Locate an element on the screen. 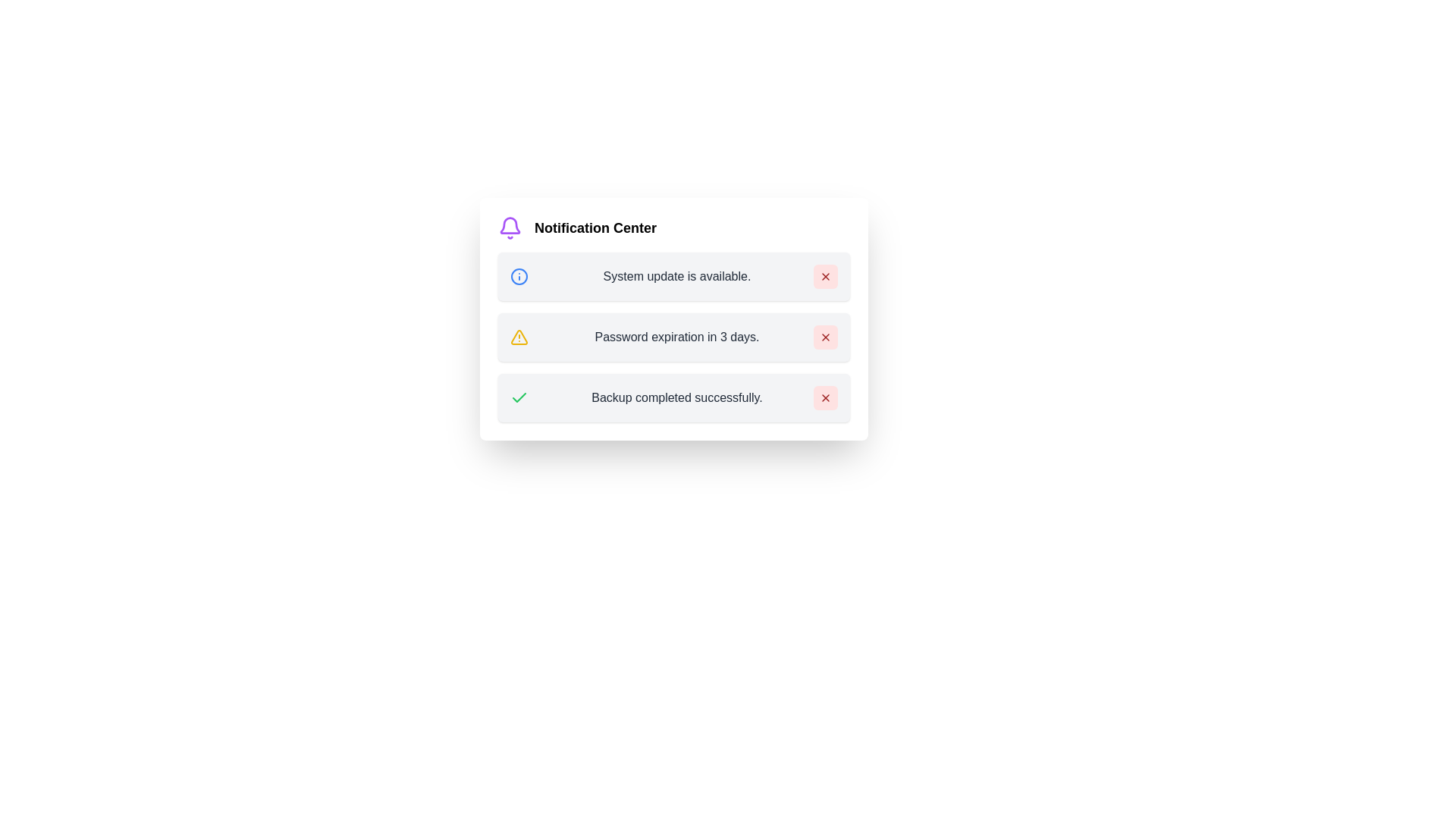  the bell icon in the Notification Center header is located at coordinates (510, 227).